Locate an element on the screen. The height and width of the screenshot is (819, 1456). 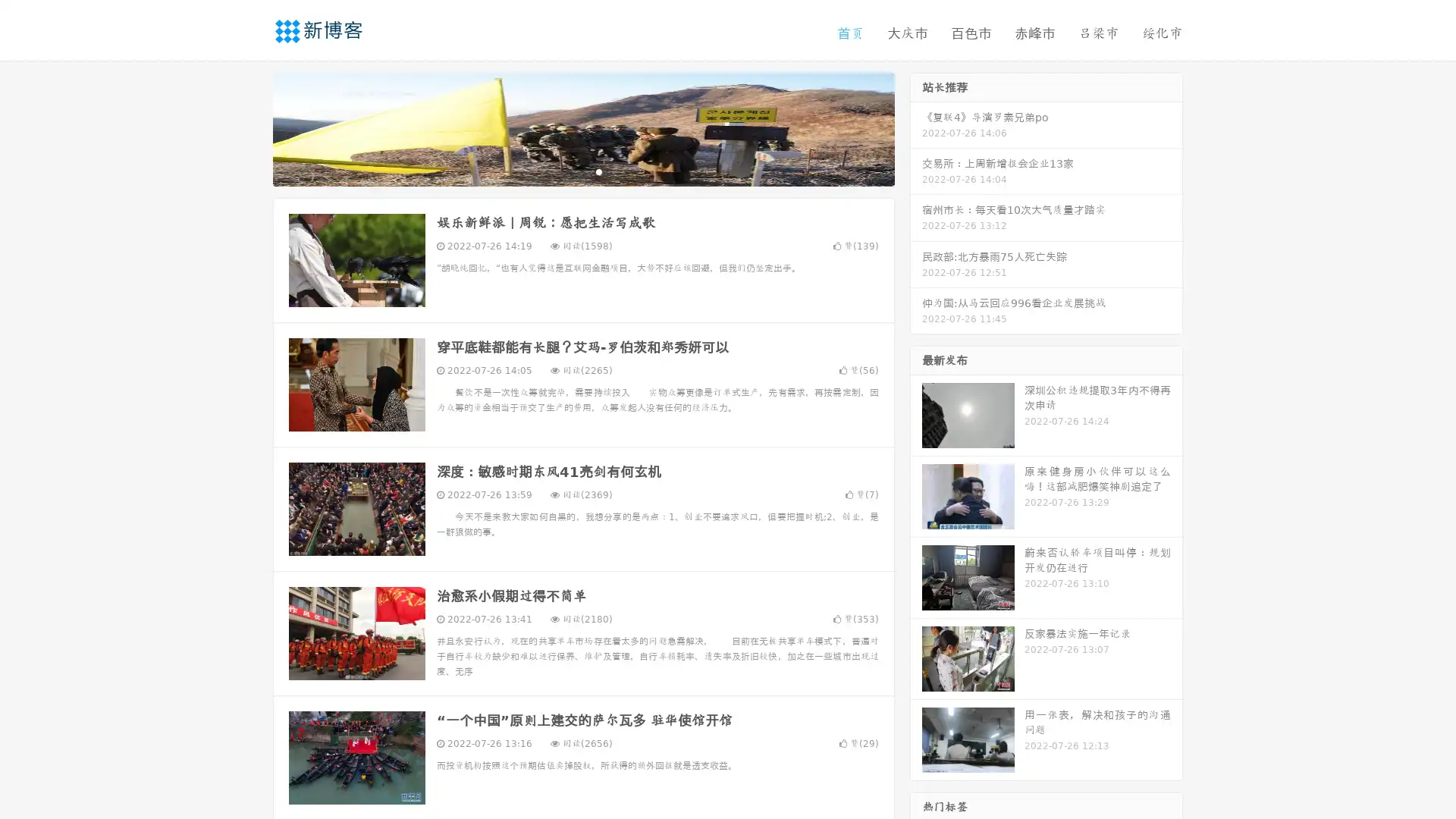
Go to slide 1 is located at coordinates (567, 171).